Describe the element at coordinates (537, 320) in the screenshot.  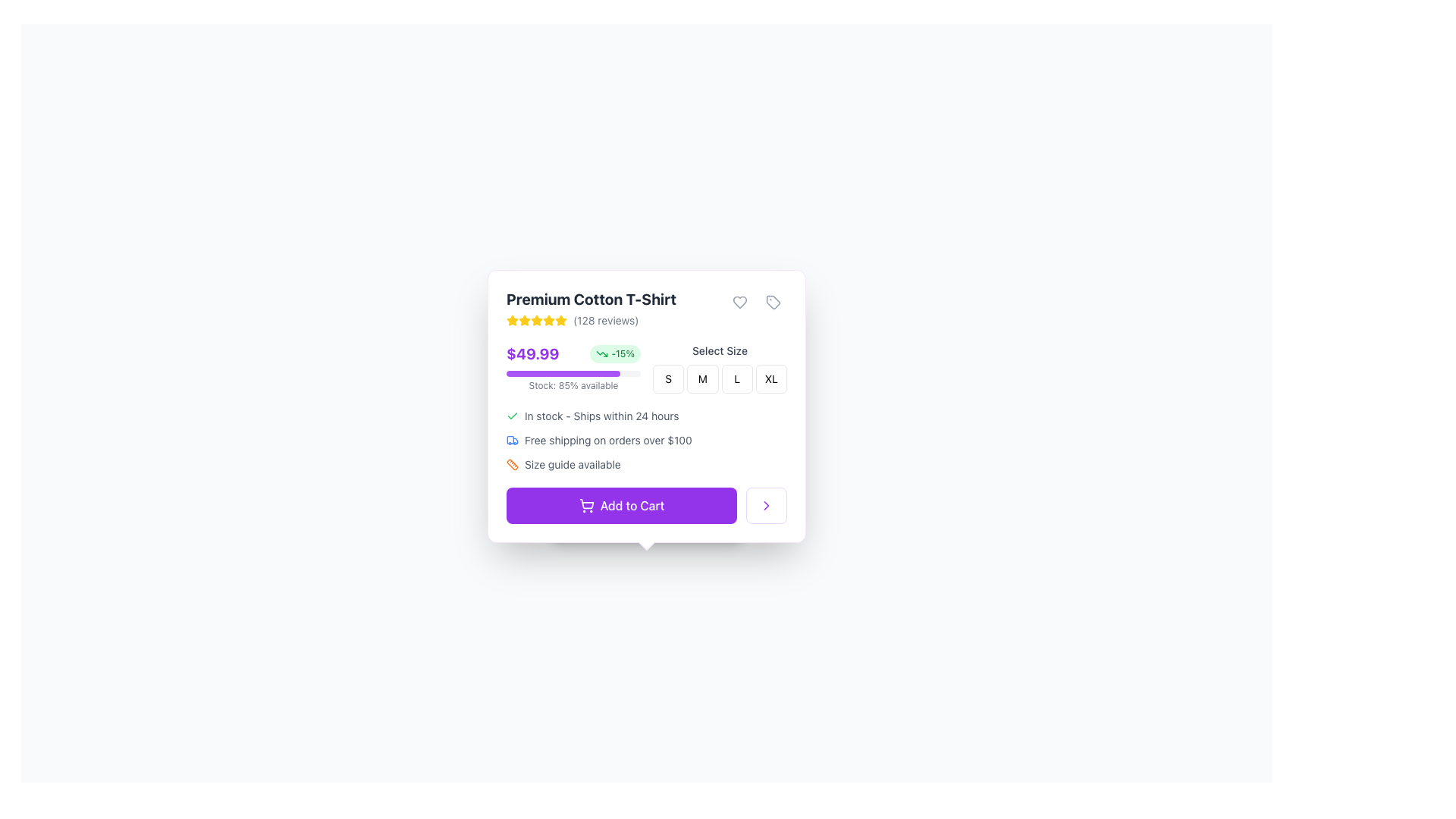
I see `the fifth yellow star-shaped icon in the star rating system` at that location.